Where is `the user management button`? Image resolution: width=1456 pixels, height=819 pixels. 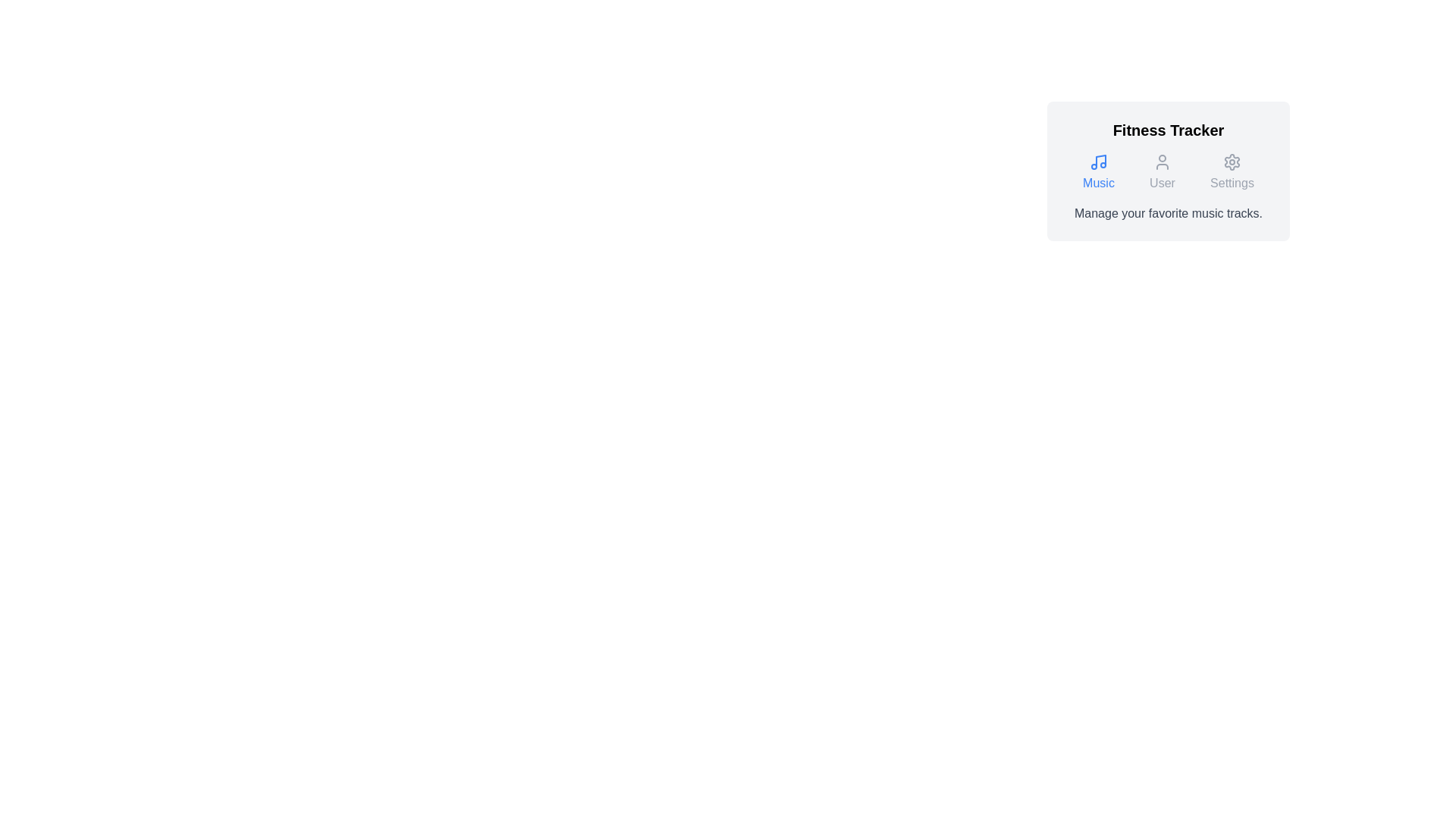
the user management button is located at coordinates (1161, 171).